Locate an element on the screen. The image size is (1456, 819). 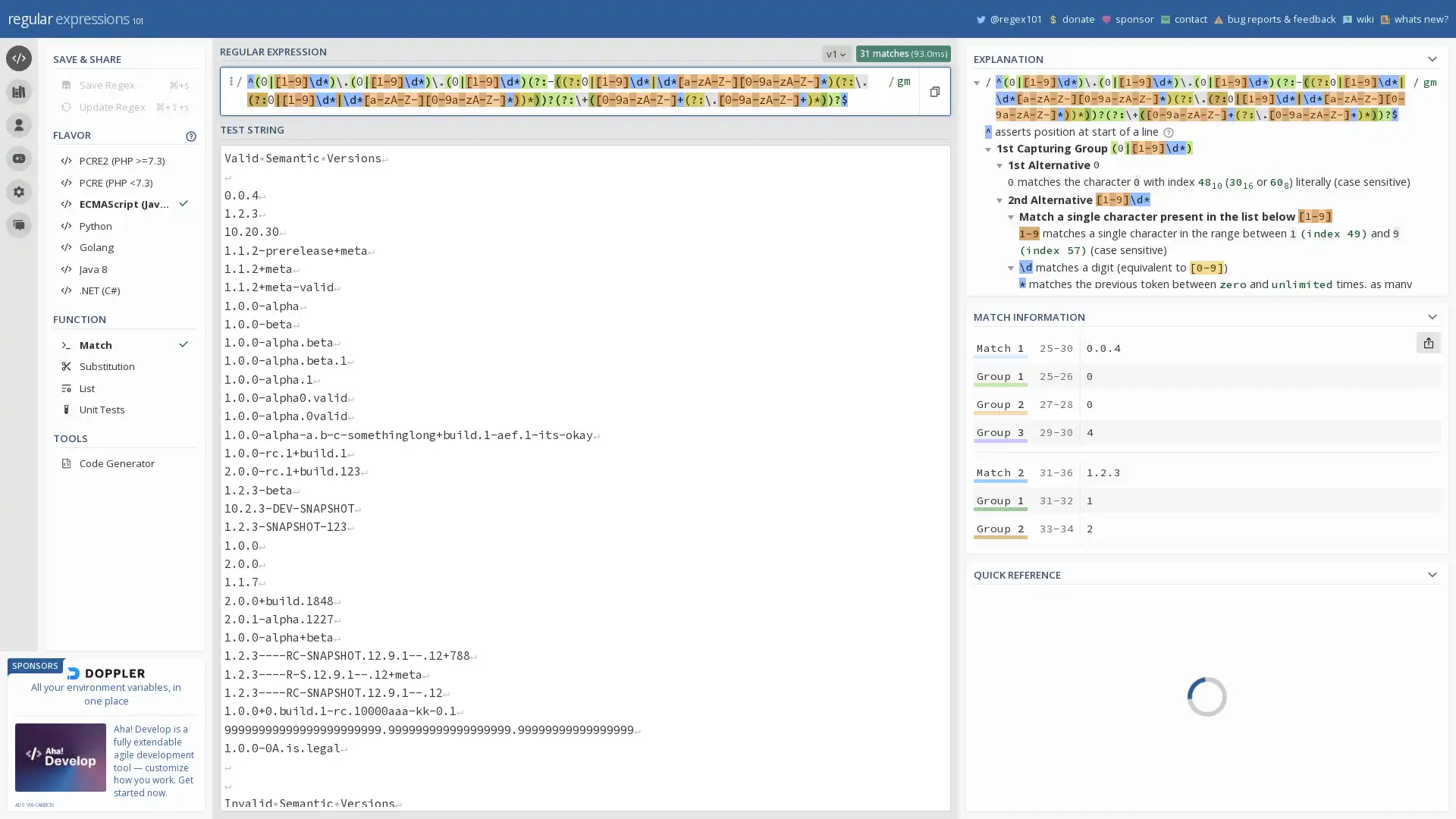
.NET (C#) is located at coordinates (124, 290).